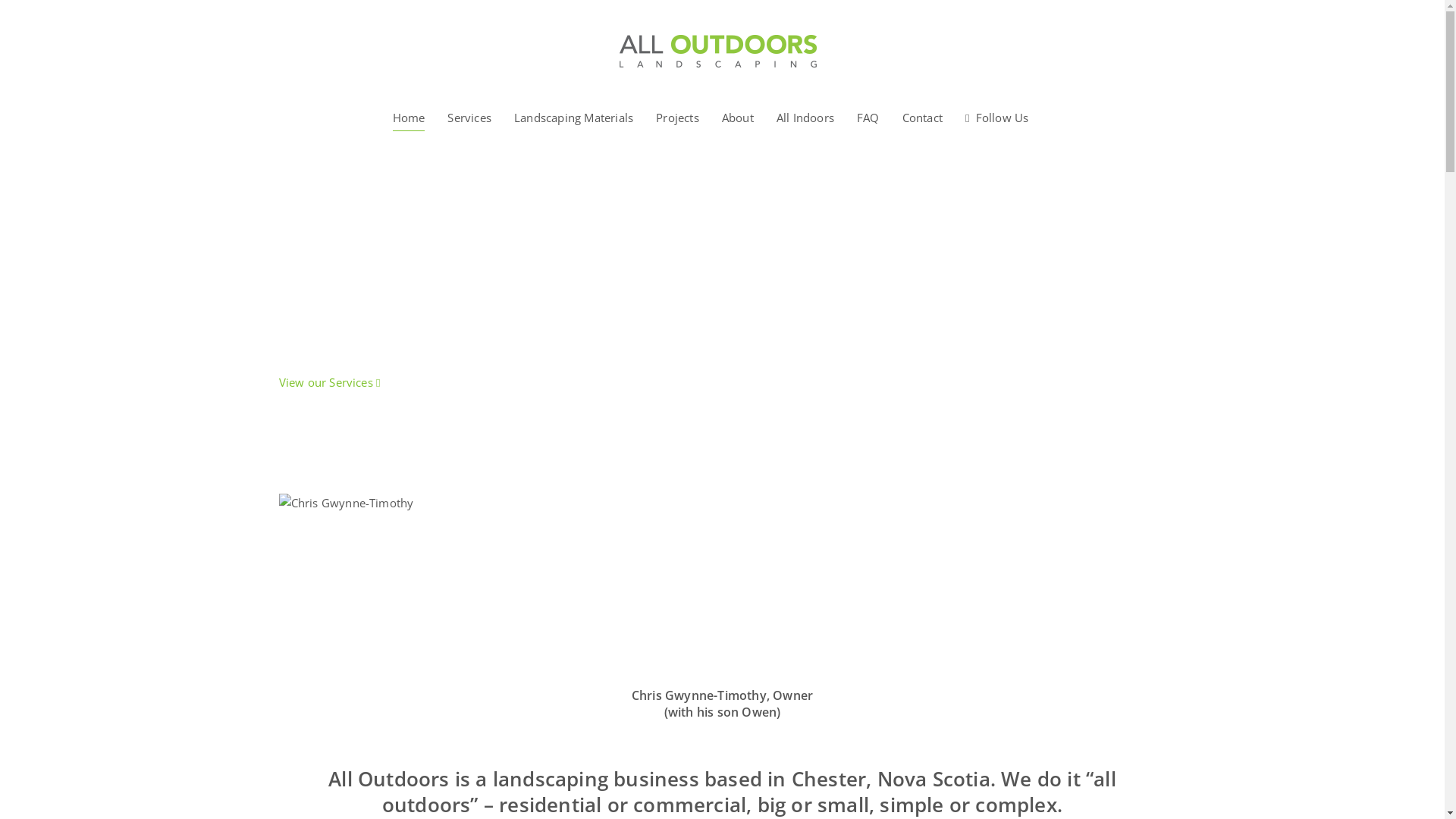 This screenshot has height=819, width=1456. I want to click on 'Projects', so click(655, 116).